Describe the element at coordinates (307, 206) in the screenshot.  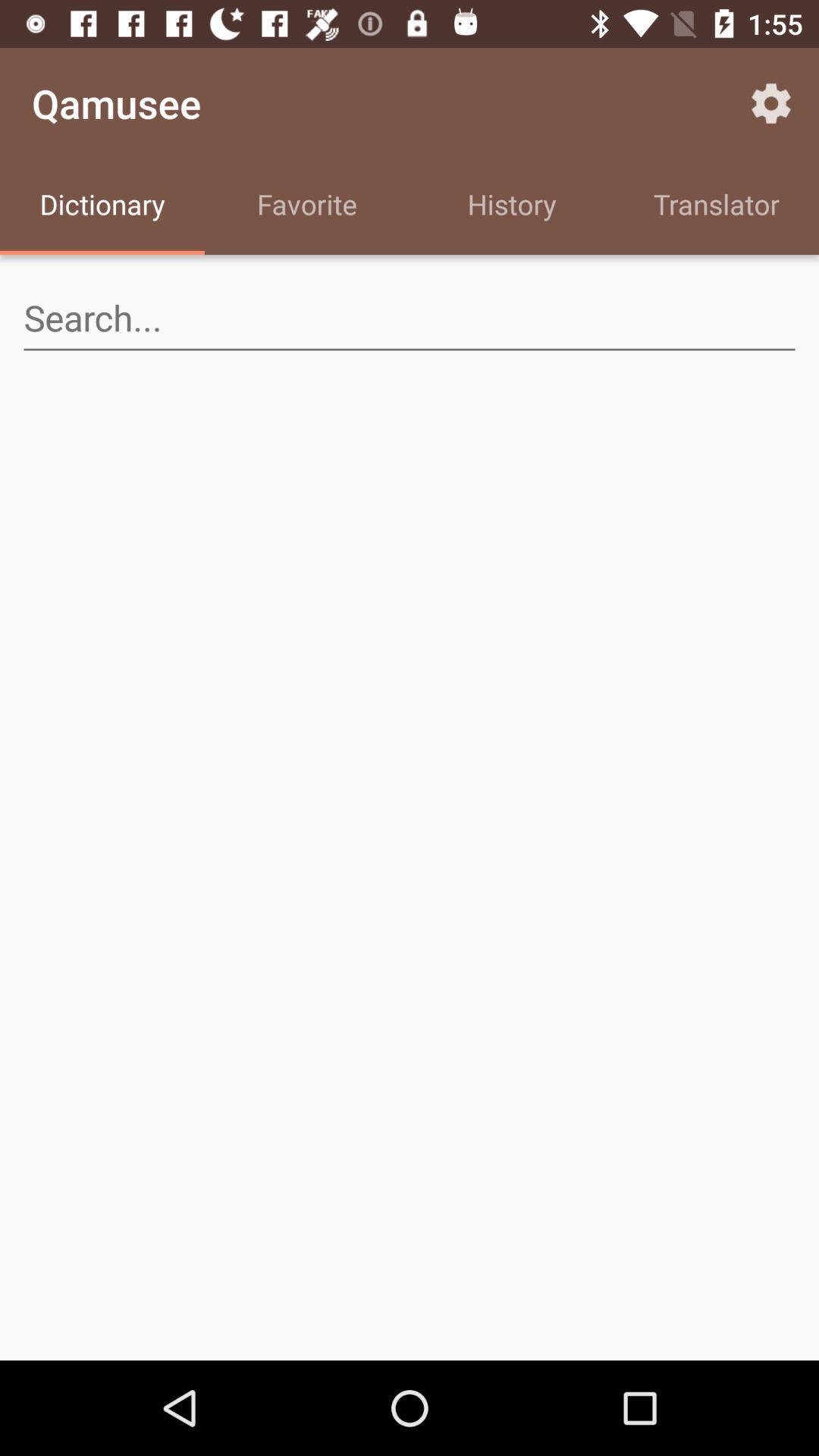
I see `the item next to the history icon` at that location.